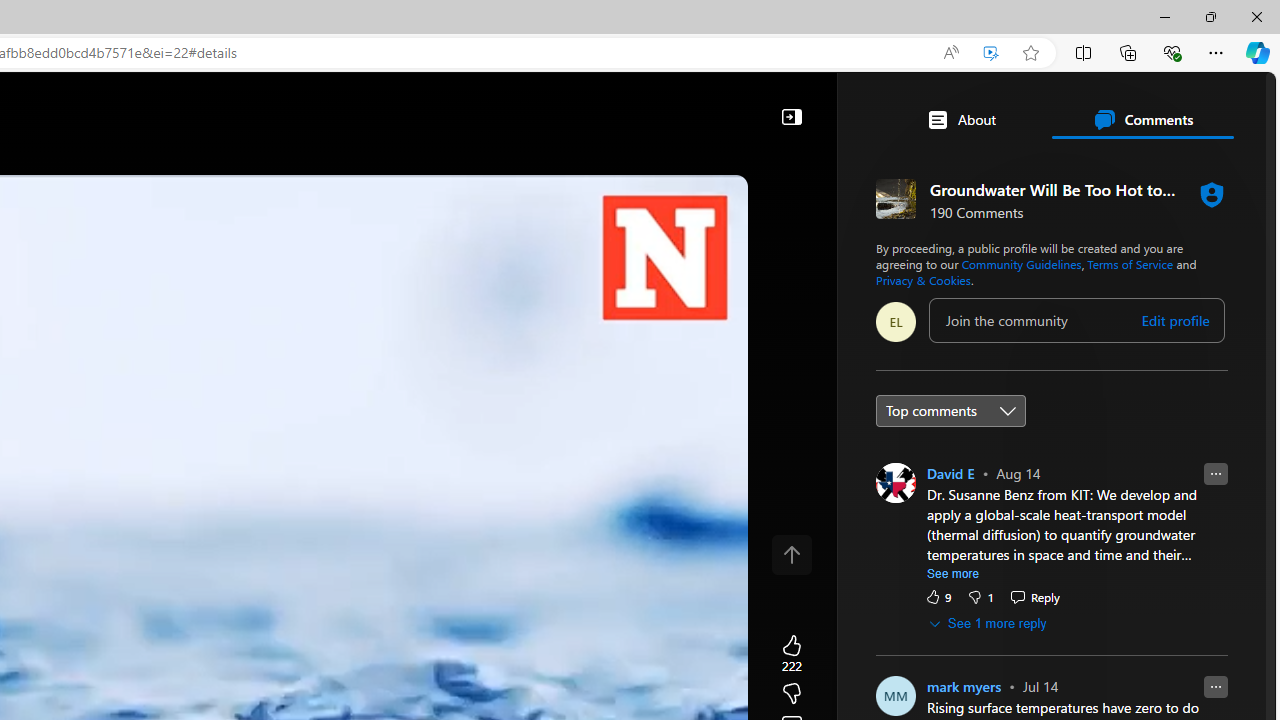  I want to click on 'Terms of Service', so click(1130, 263).